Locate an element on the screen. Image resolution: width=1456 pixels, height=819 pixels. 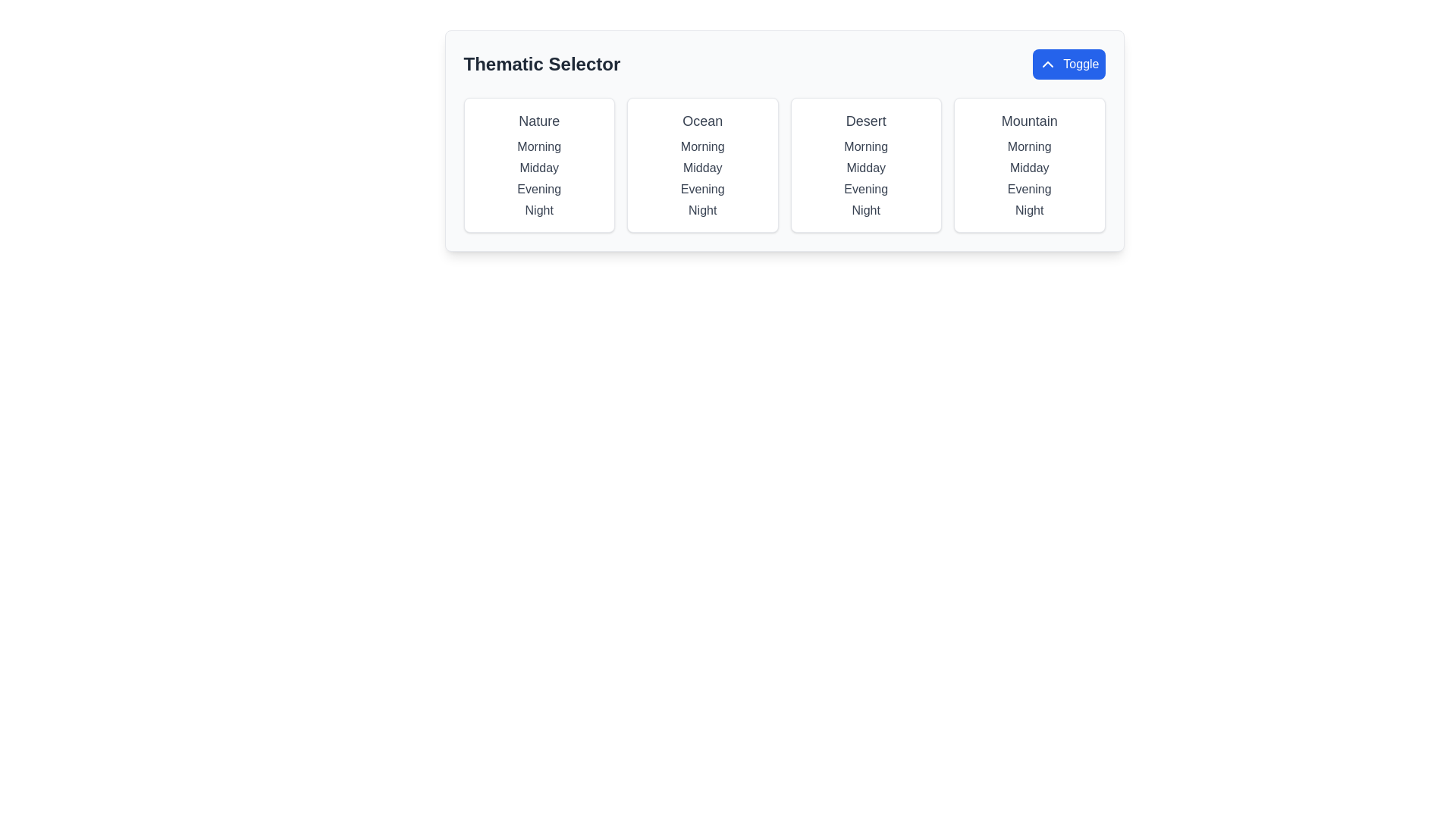
labels from the vertically stacked list of text labels: 'Morning', 'Midday', 'Evening', and 'Night' located in the second column beneath the 'Ocean' label is located at coordinates (701, 177).